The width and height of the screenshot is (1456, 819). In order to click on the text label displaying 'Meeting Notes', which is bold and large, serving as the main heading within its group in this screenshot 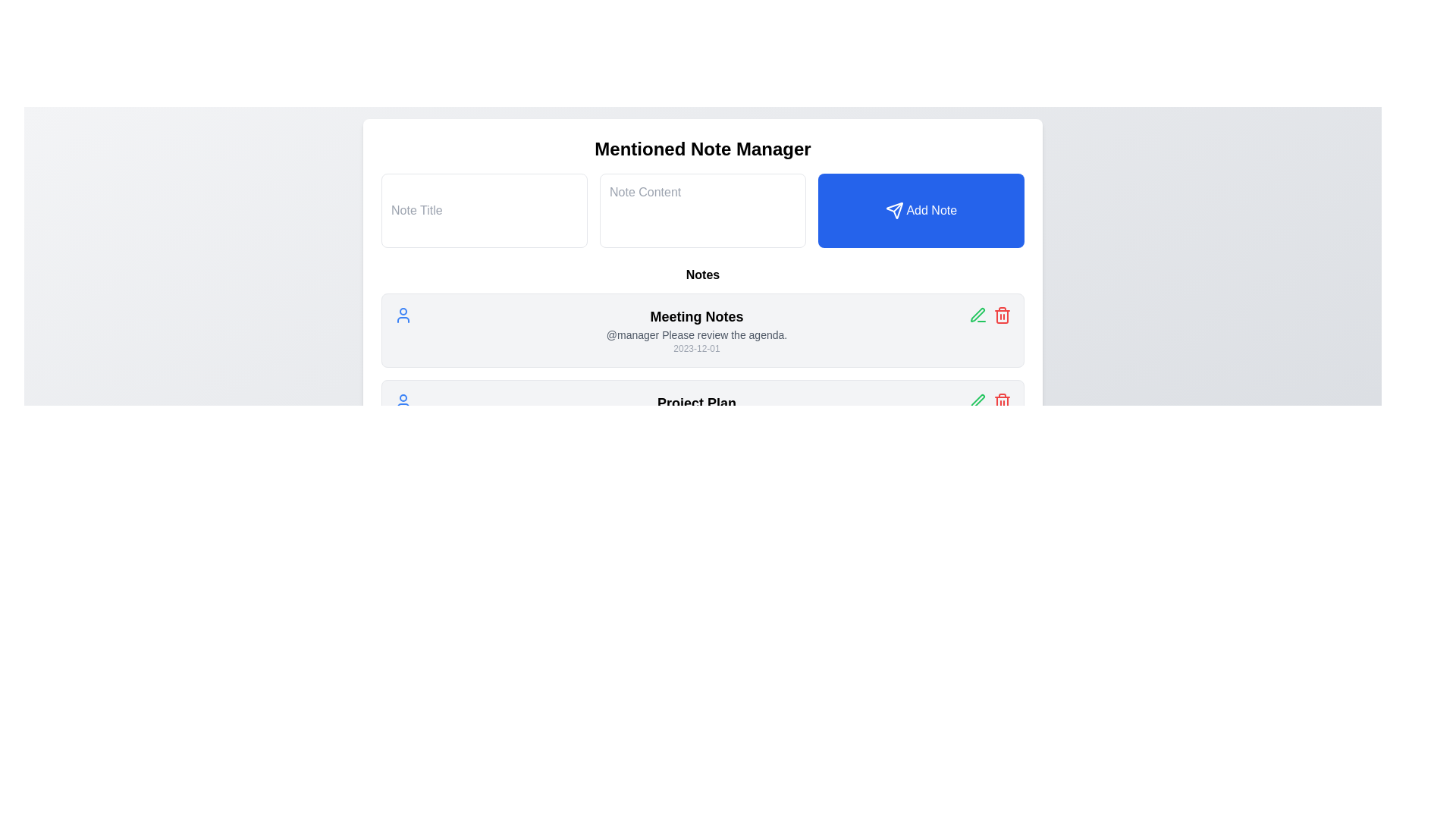, I will do `click(695, 315)`.